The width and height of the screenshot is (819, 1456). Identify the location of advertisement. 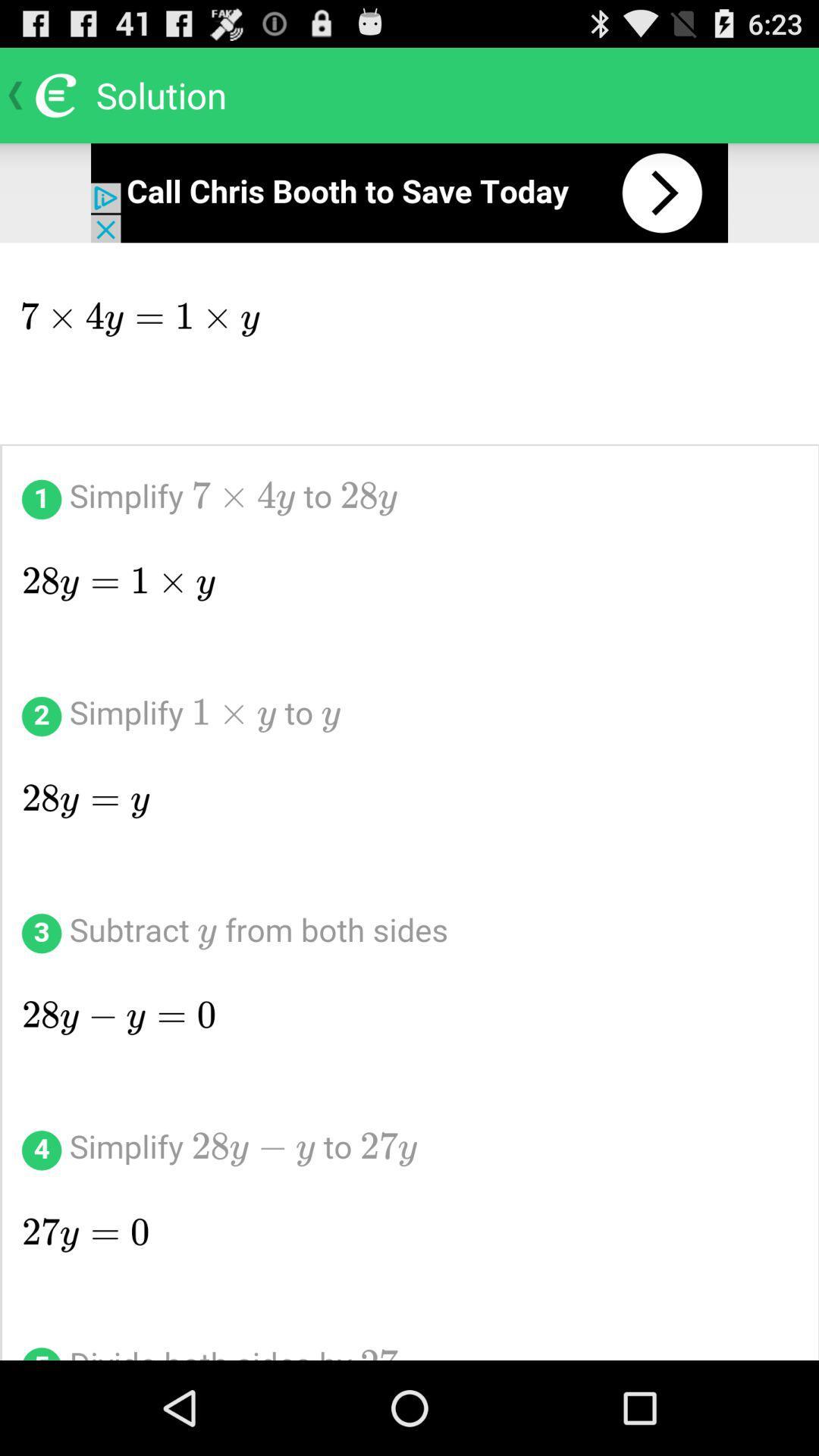
(409, 192).